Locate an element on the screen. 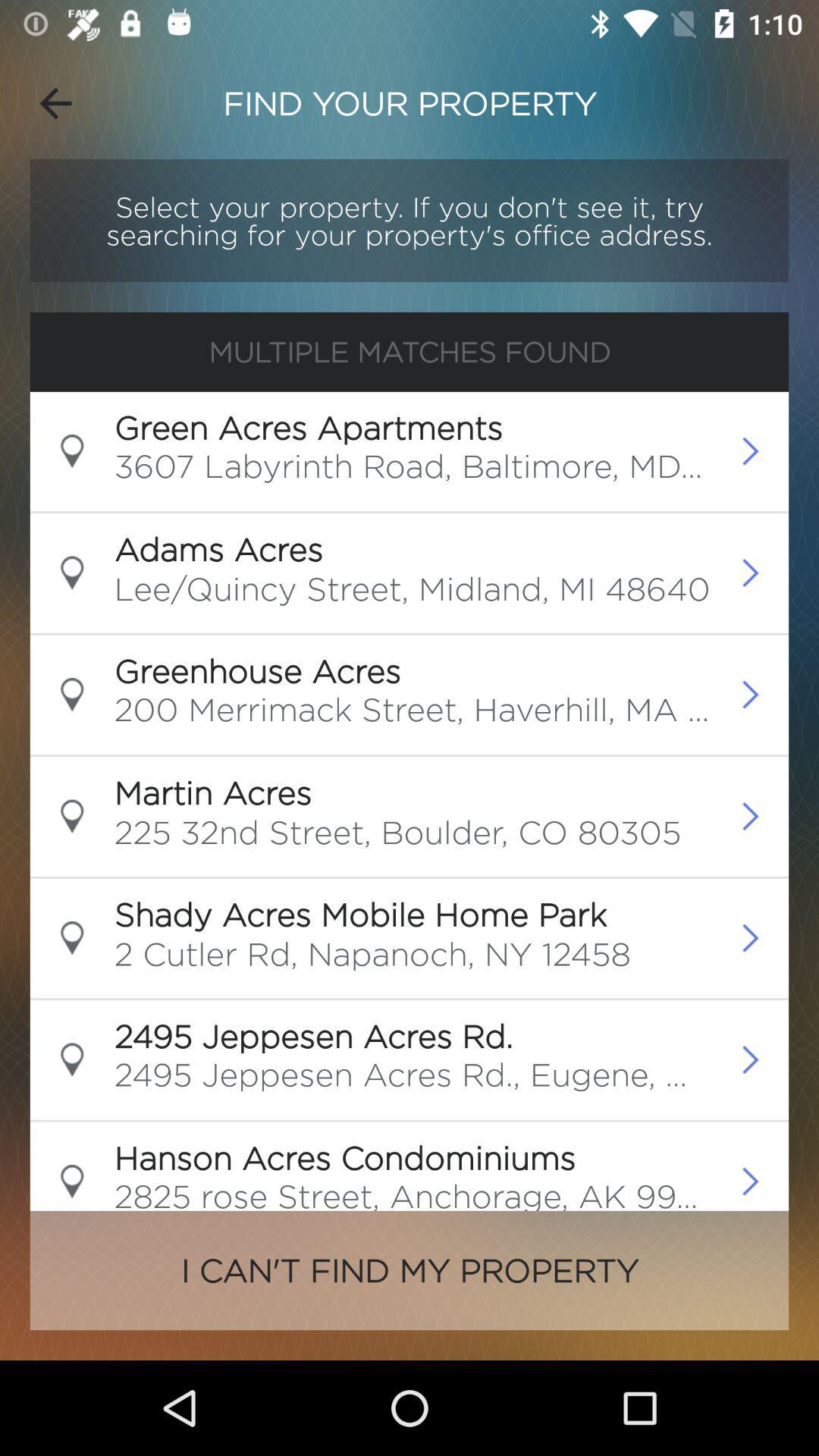 The height and width of the screenshot is (1456, 819). app next to find your property icon is located at coordinates (55, 102).